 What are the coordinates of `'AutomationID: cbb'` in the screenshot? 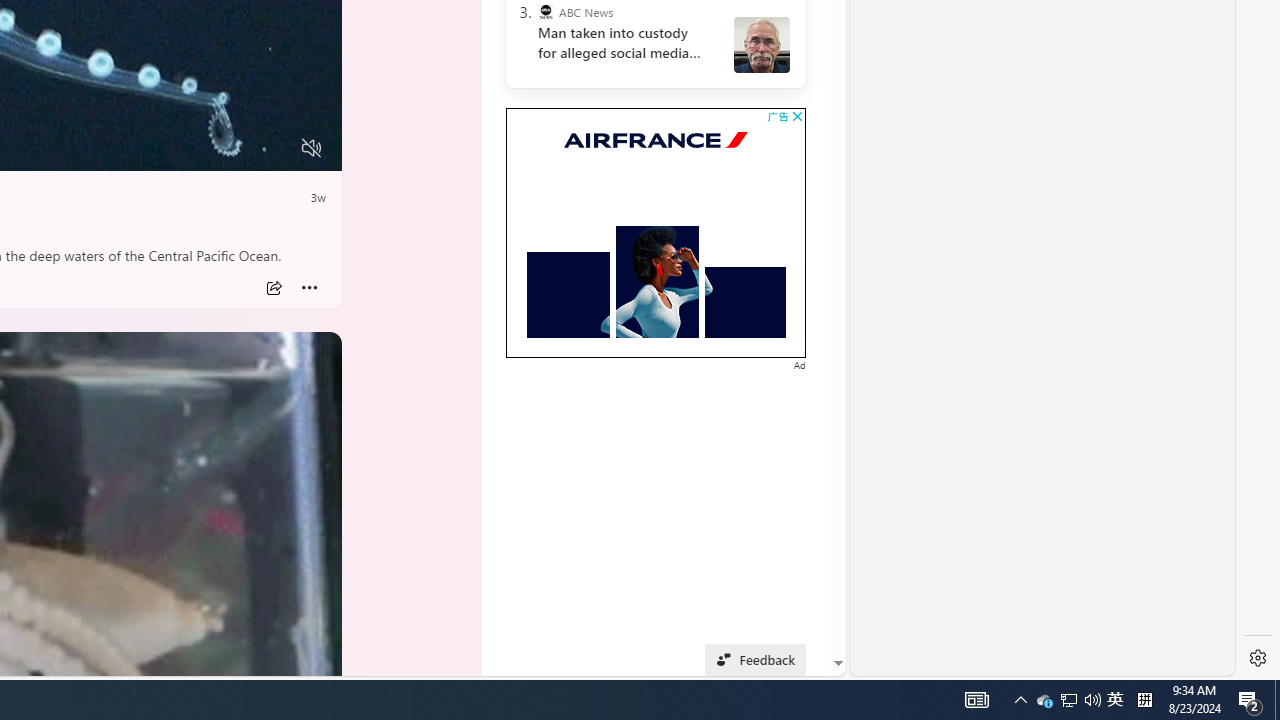 It's located at (796, 116).